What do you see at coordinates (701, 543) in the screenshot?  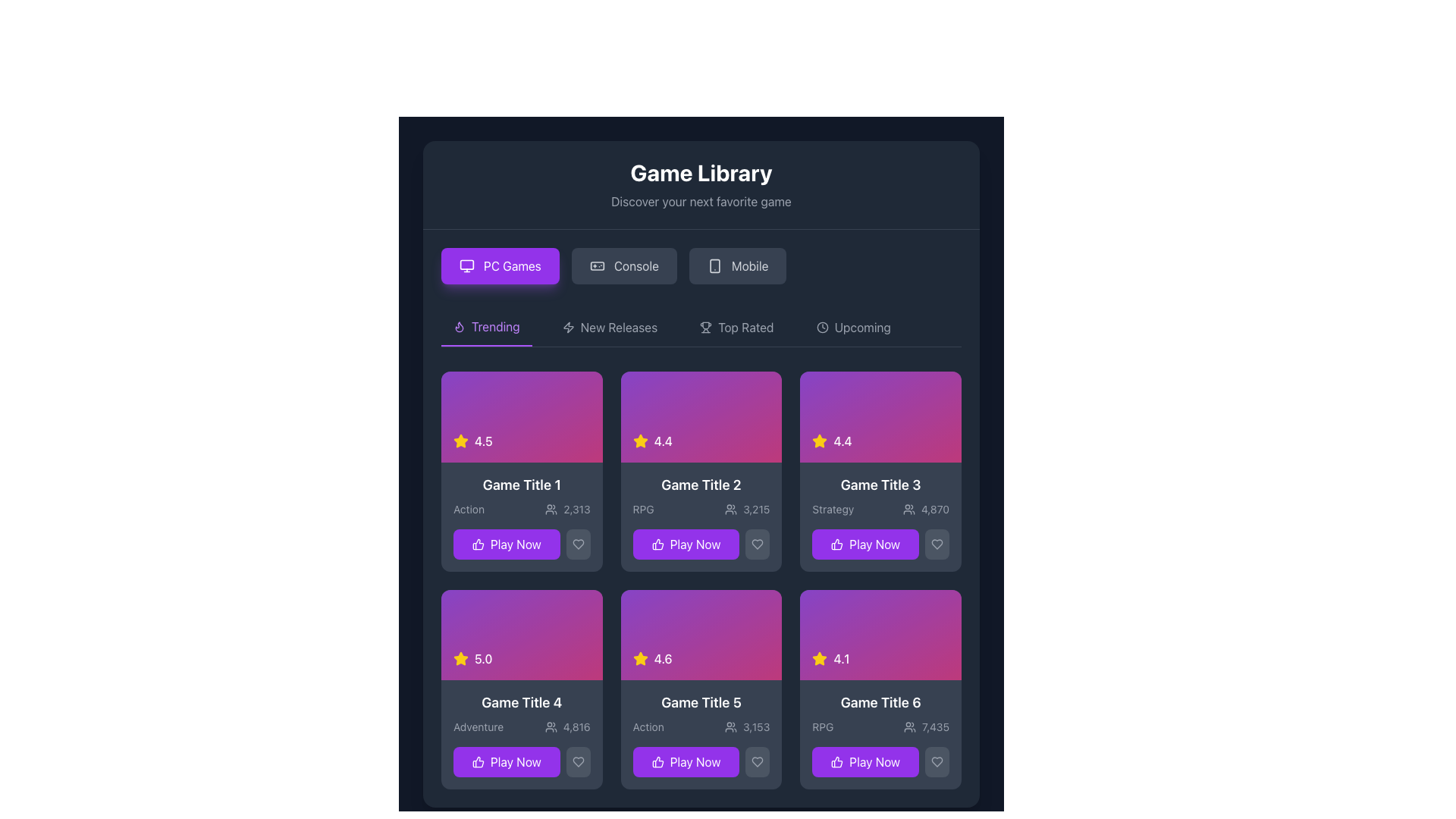 I see `the 'Play Now' button with a vibrant purple background` at bounding box center [701, 543].